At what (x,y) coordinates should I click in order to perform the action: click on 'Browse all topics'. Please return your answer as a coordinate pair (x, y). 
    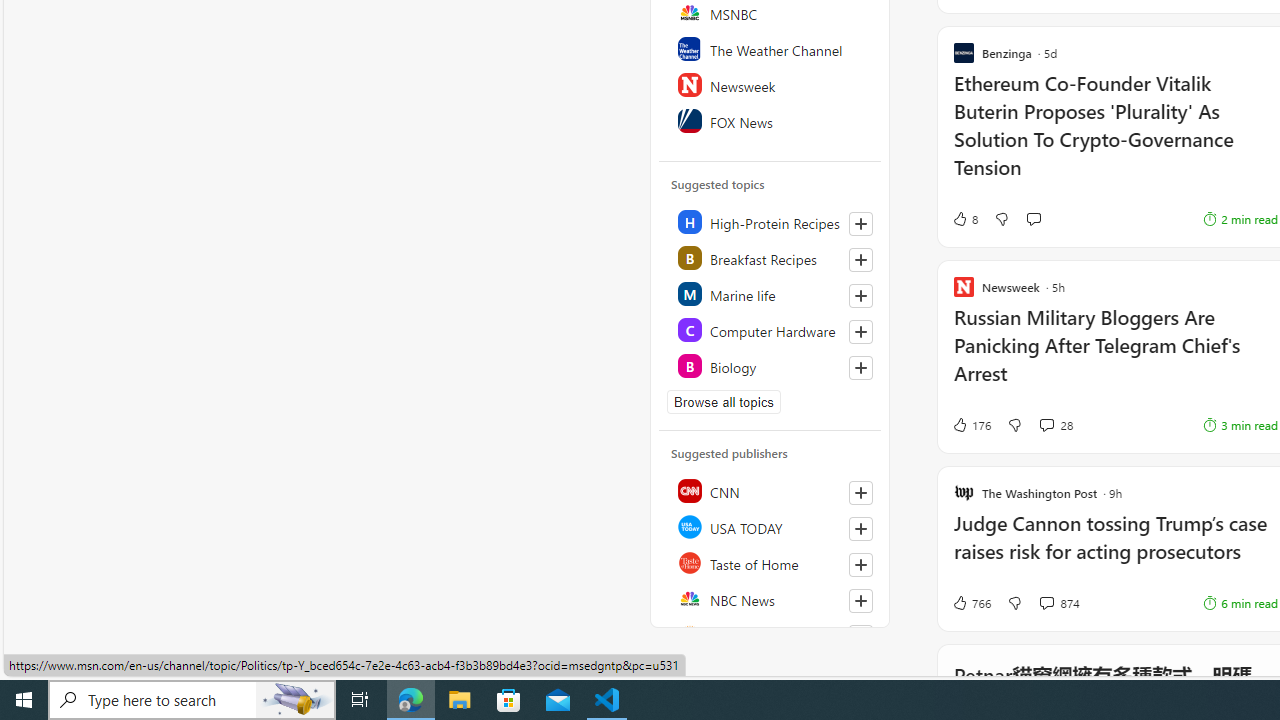
    Looking at the image, I should click on (723, 402).